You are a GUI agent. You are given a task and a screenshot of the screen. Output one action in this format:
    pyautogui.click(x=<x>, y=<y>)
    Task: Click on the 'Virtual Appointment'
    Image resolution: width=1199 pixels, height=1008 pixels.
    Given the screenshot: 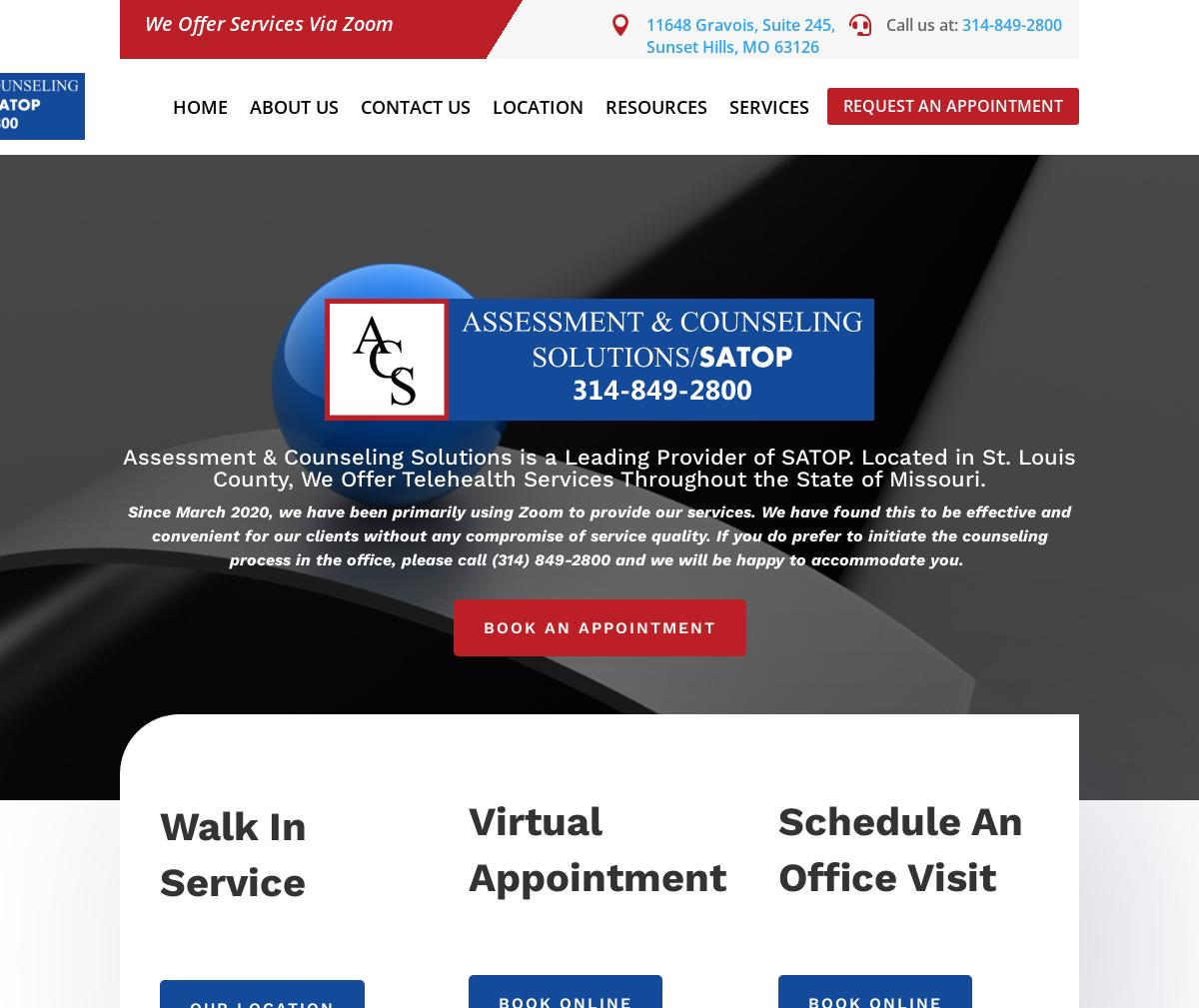 What is the action you would take?
    pyautogui.click(x=596, y=848)
    